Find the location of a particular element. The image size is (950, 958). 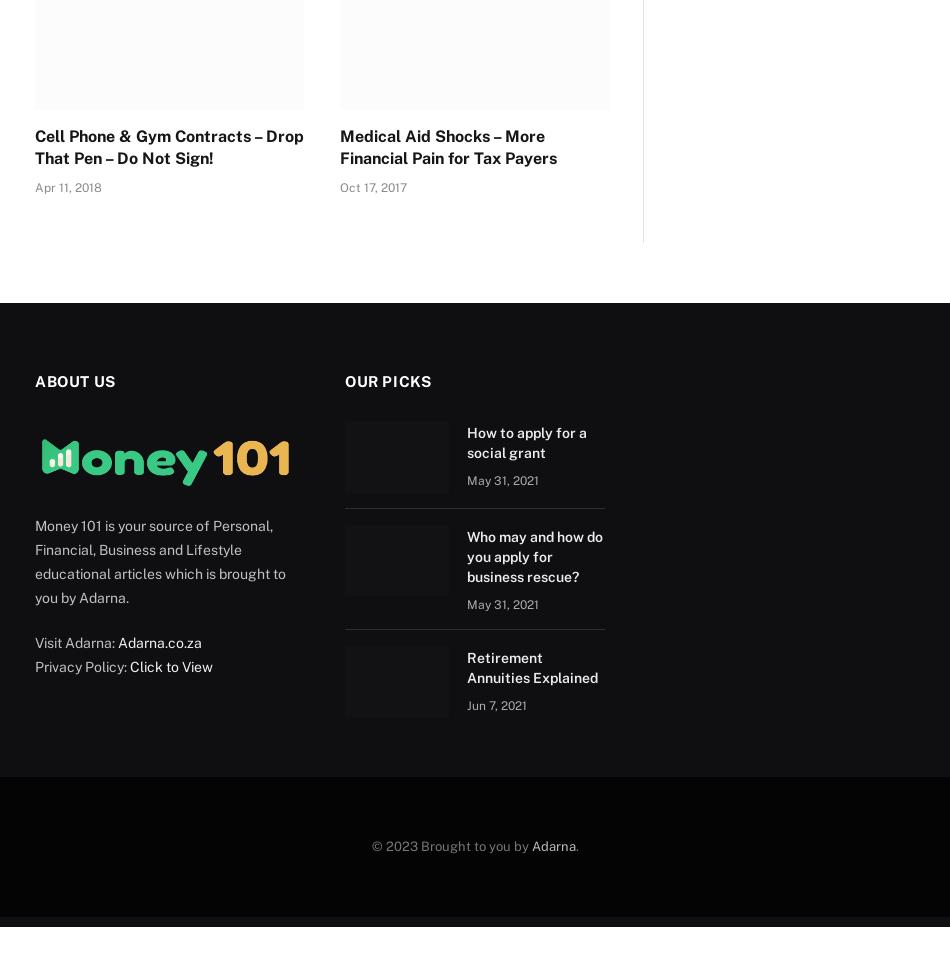

'Money 101 is your source of Personal, Financial, Business and Lifestyle educational articles which is brought to you by Adarna.' is located at coordinates (160, 561).